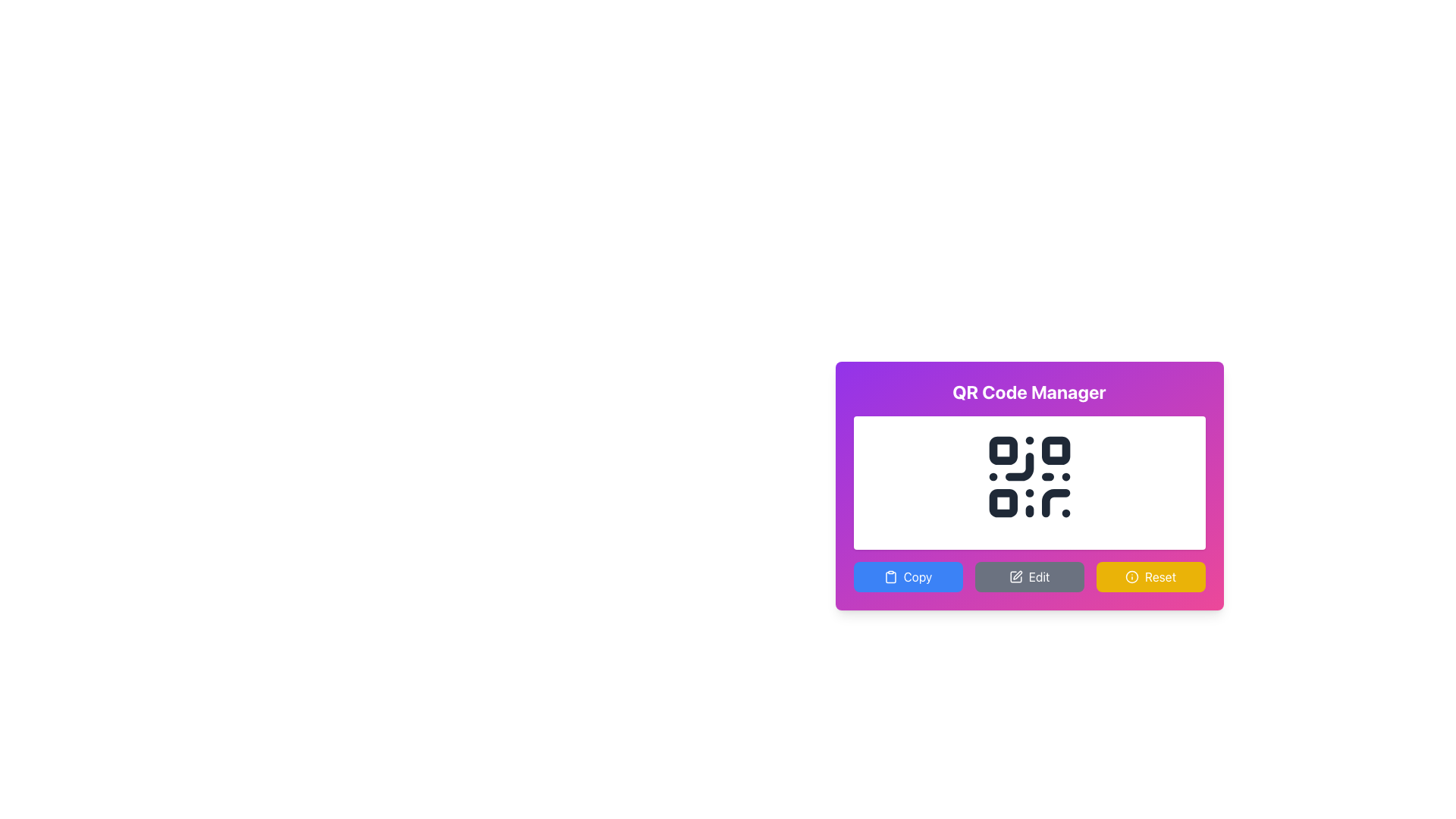 This screenshot has height=819, width=1456. What do you see at coordinates (1131, 576) in the screenshot?
I see `the circular icon with an 'i' symbol in its center, which has a yellow background and white border, located at the leftmost position within the 'Reset' button in the footer area of the 'QR Code Manager' card` at bounding box center [1131, 576].